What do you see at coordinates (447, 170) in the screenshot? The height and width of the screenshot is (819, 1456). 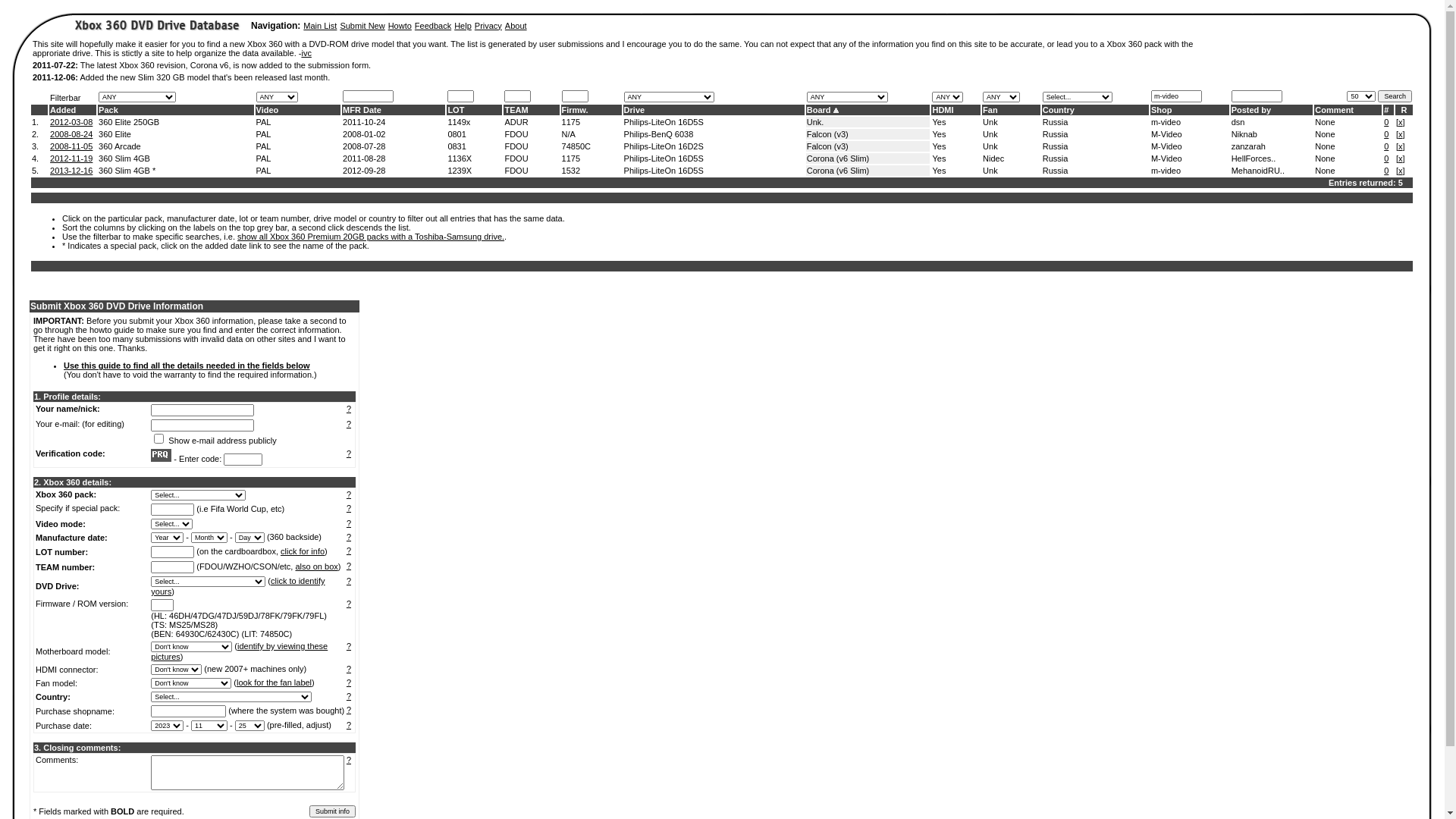 I see `'1239X'` at bounding box center [447, 170].